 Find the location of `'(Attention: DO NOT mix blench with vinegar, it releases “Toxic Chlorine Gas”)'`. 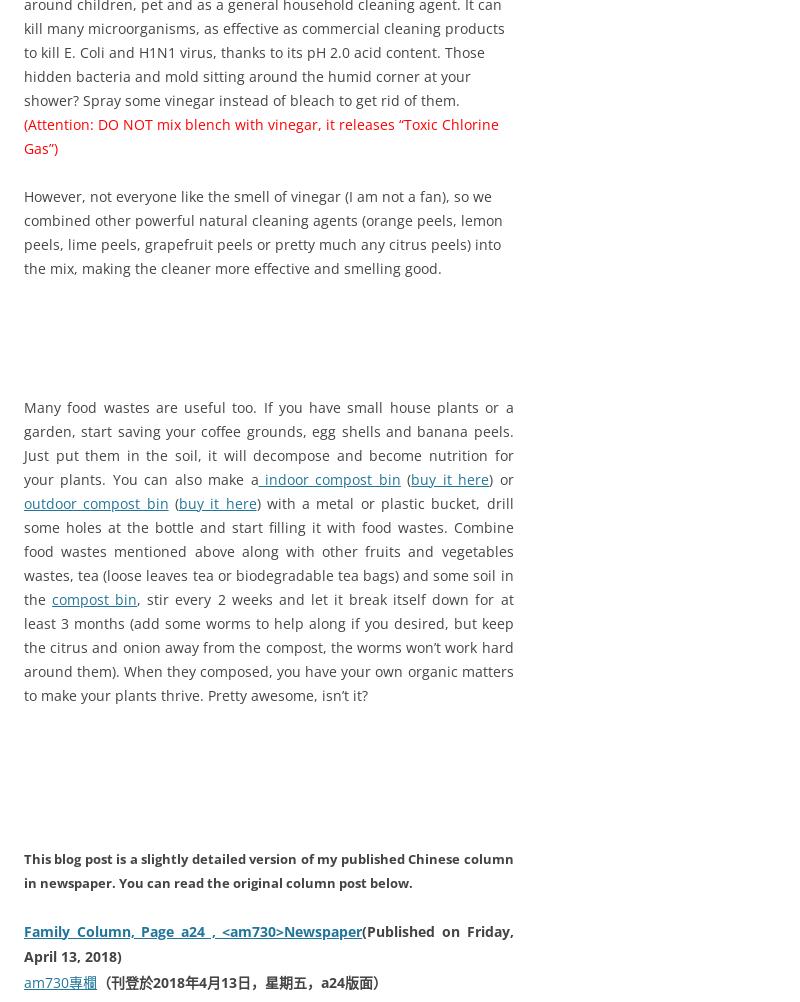

'(Attention: DO NOT mix blench with vinegar, it releases “Toxic Chlorine Gas”)' is located at coordinates (260, 134).